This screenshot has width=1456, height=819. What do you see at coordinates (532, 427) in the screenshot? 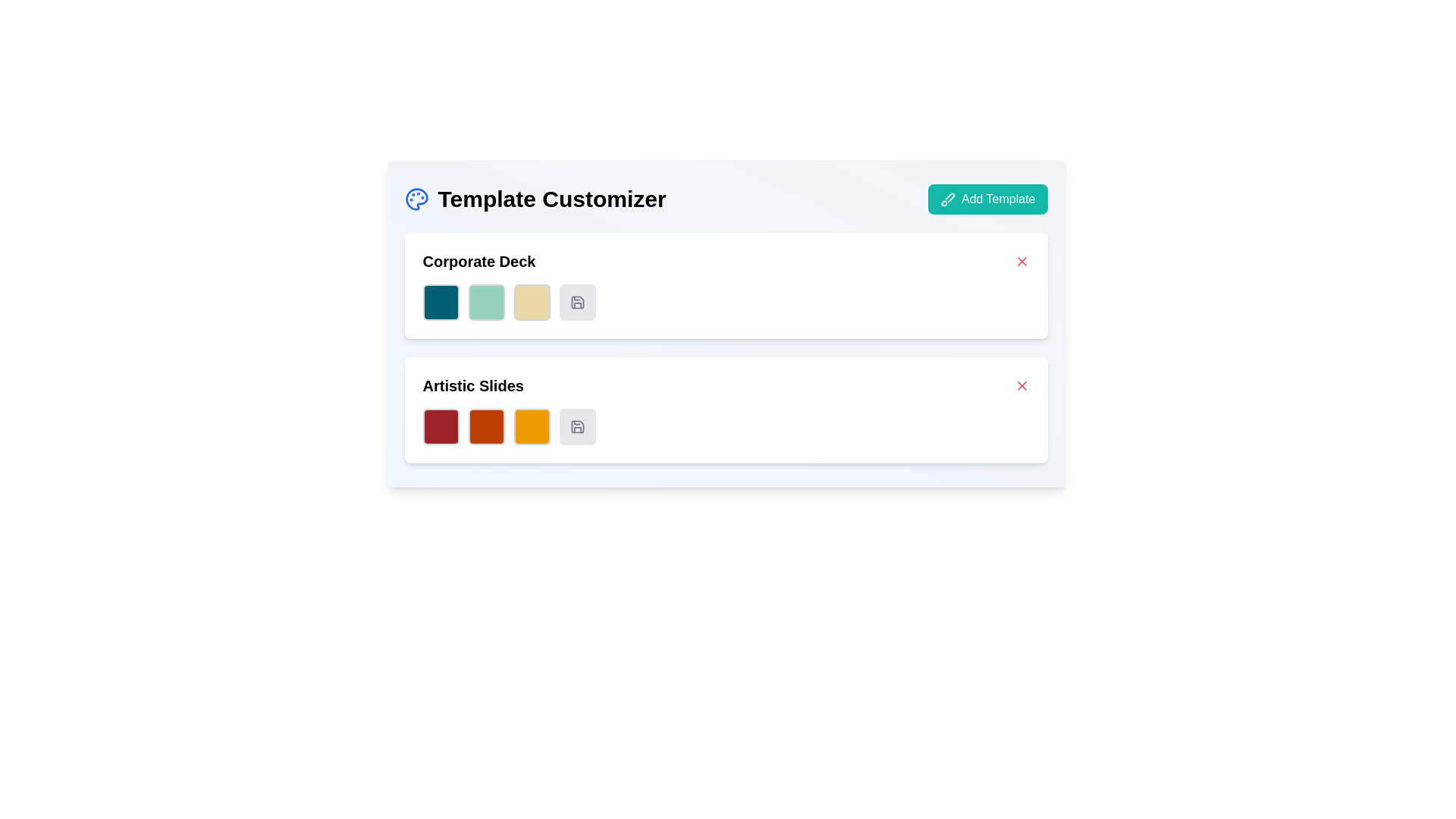
I see `the orange color selection square, which is the third element in the Artistic Slides section` at bounding box center [532, 427].